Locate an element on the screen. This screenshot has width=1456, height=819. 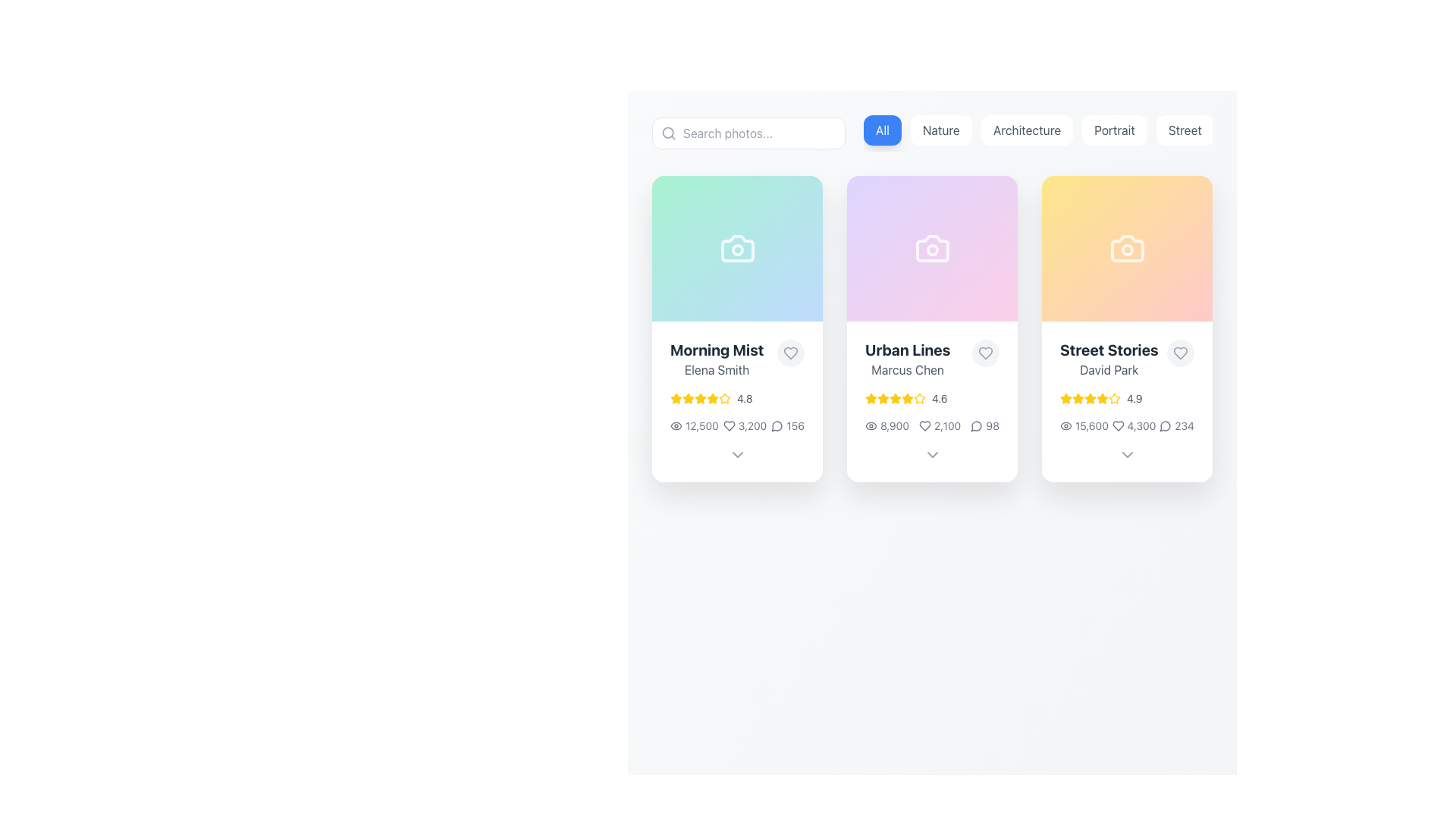
the second yellow star icon in the rating section for the card titled 'Urban Lines' is located at coordinates (895, 397).